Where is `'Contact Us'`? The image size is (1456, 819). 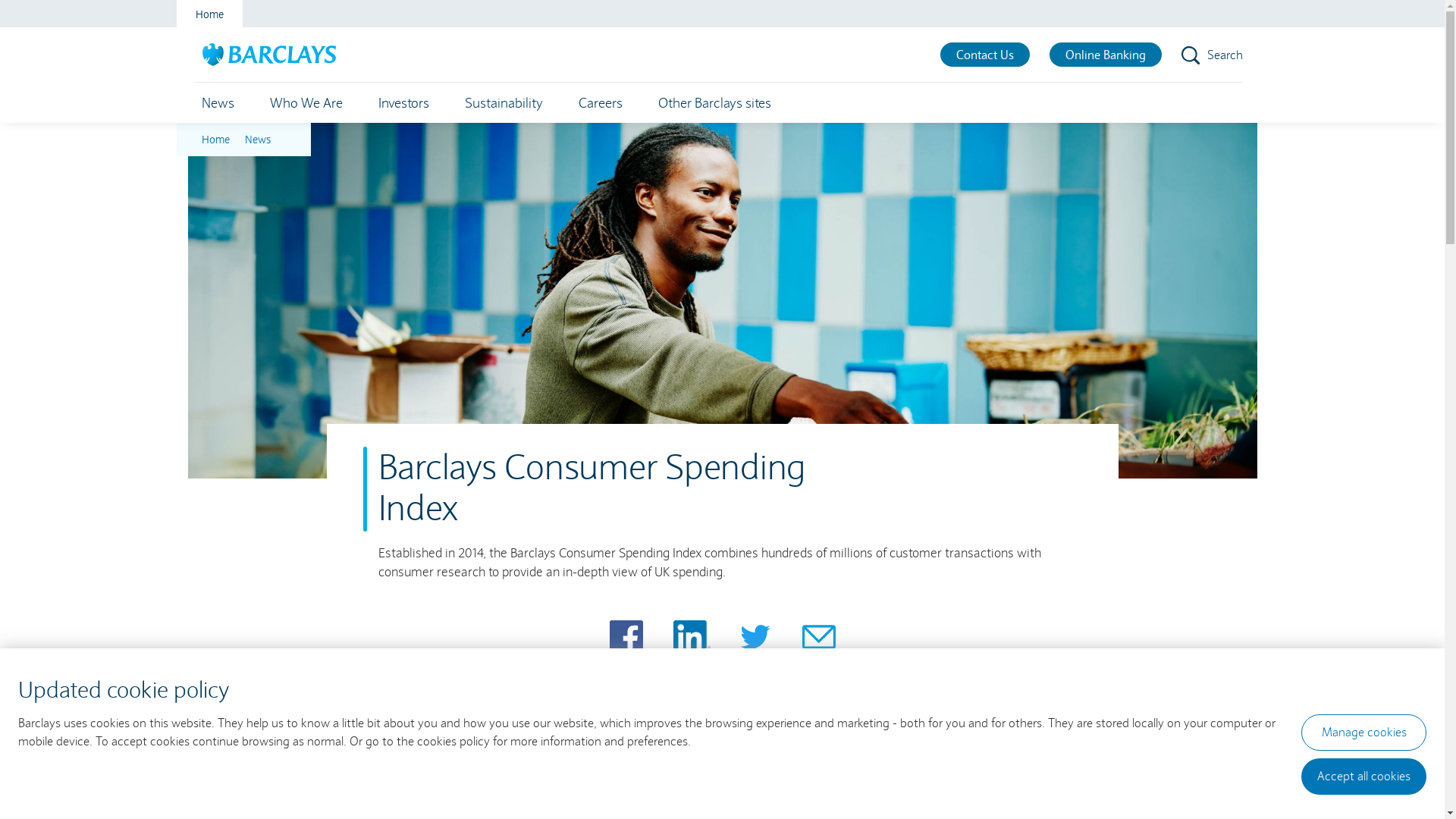
'Contact Us' is located at coordinates (939, 54).